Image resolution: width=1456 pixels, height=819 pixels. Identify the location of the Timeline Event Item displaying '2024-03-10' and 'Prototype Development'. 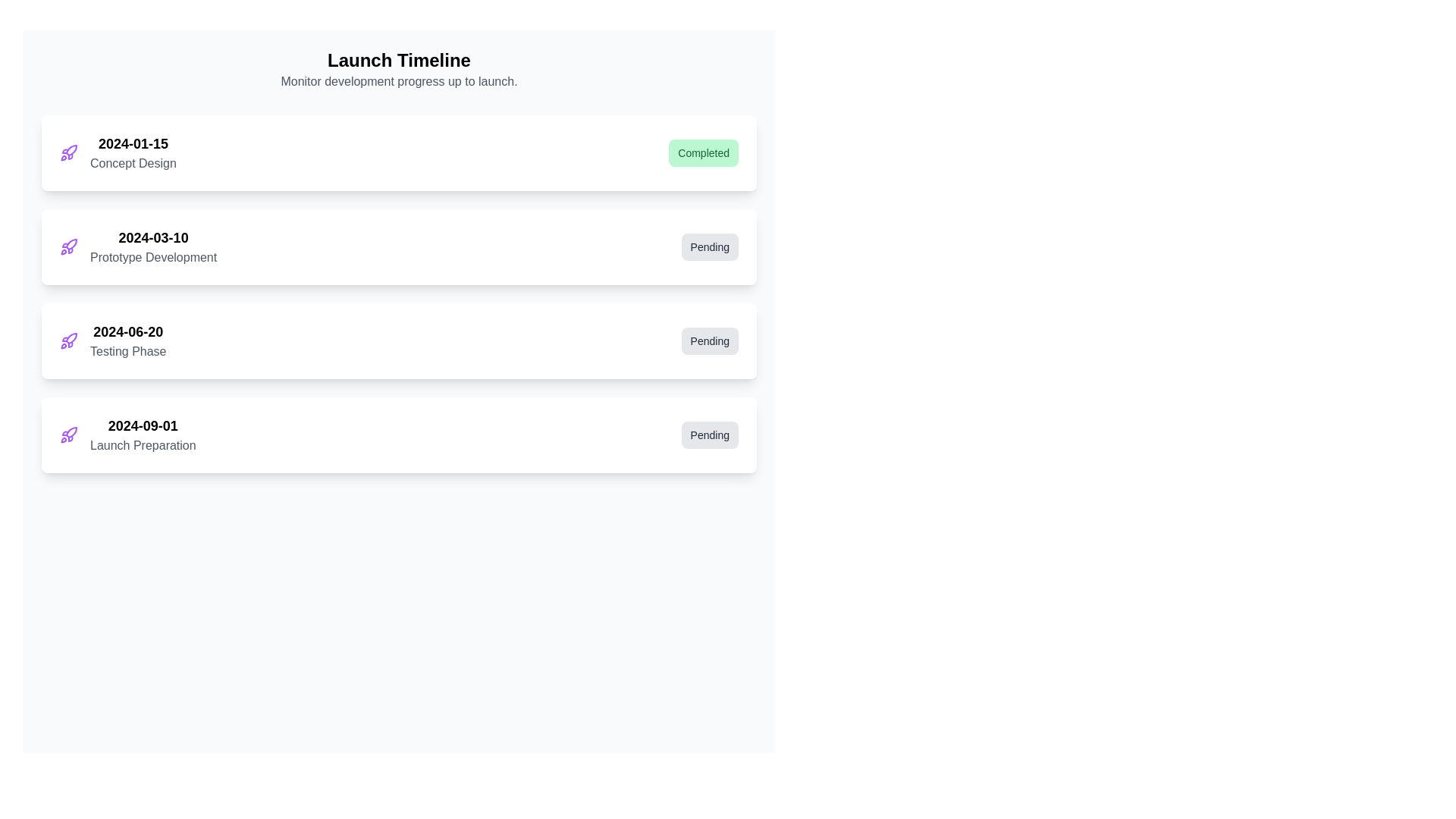
(138, 246).